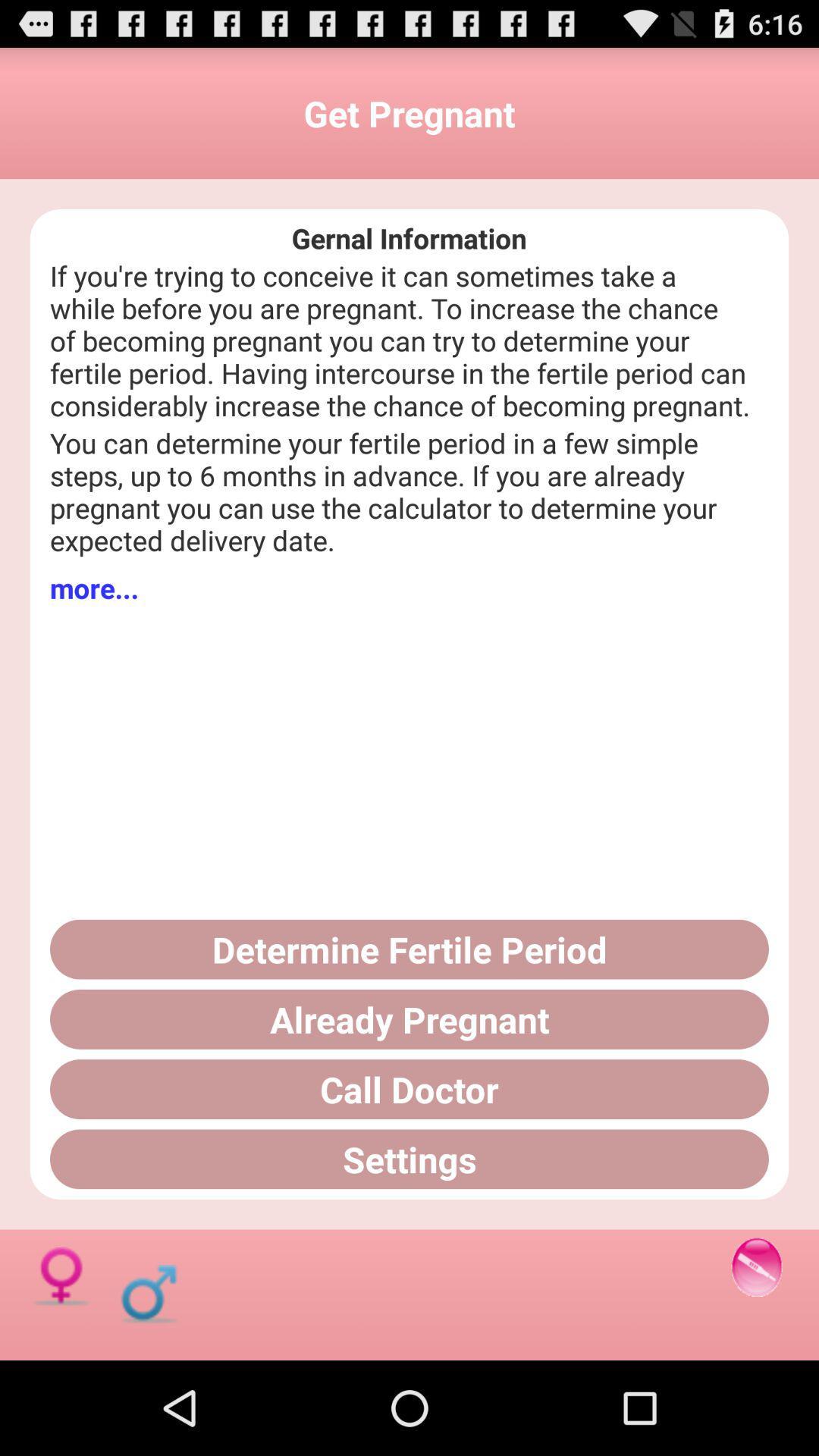 This screenshot has width=819, height=1456. I want to click on the icon on the left, so click(94, 587).